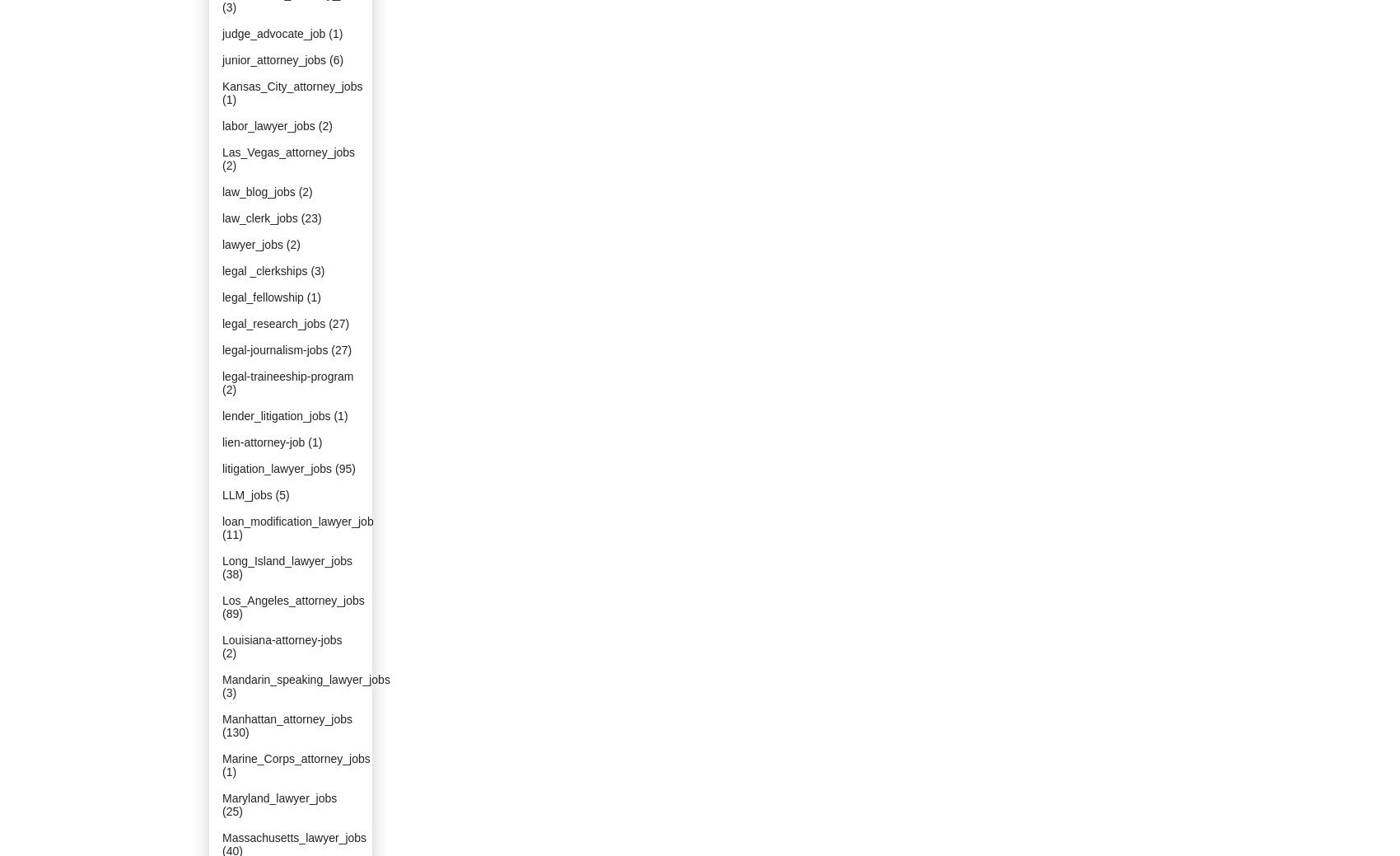 This screenshot has width=1400, height=856. I want to click on 'Maryland_lawyer_jobs', so click(278, 798).